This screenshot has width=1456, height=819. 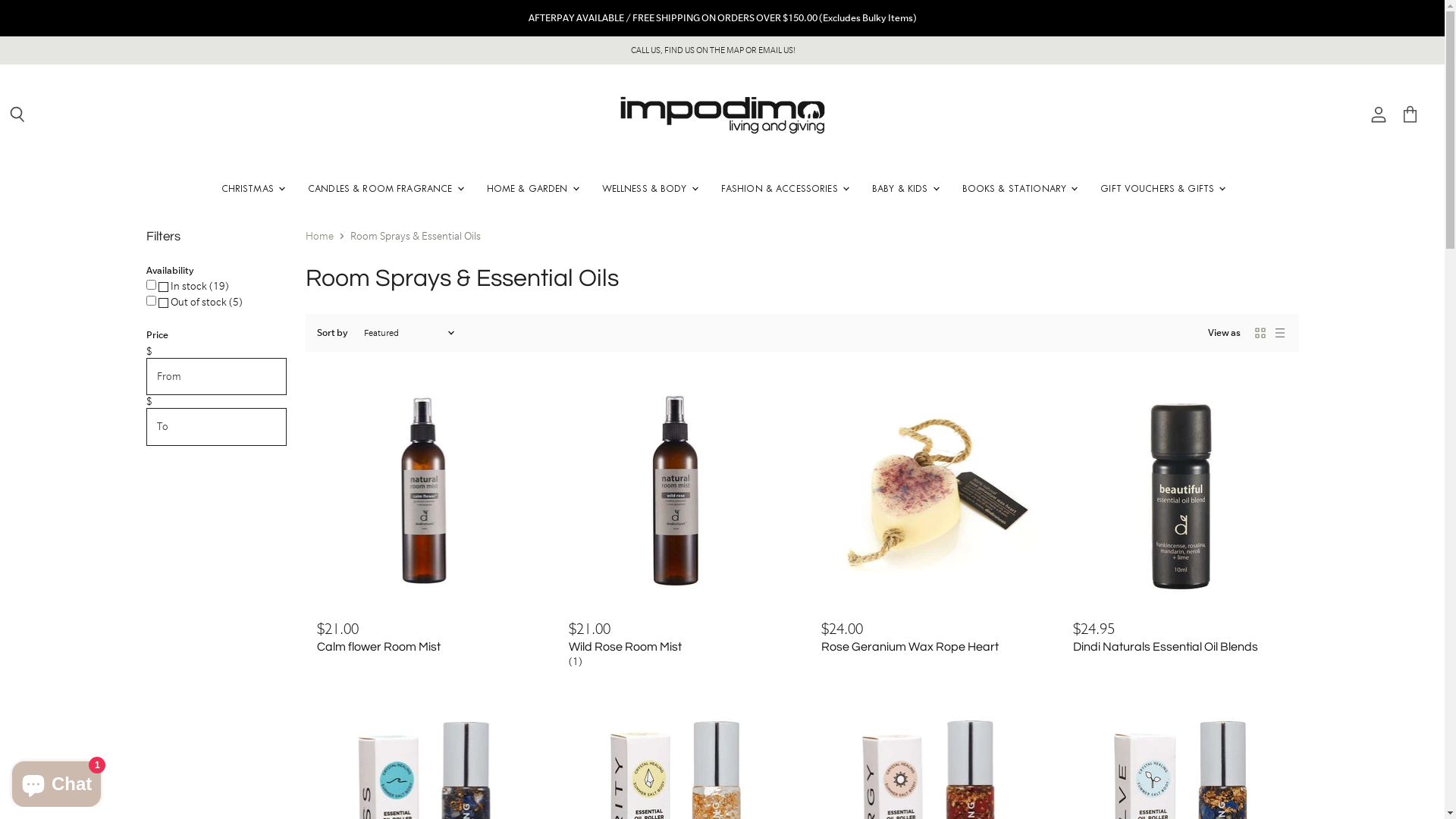 I want to click on 'Home', so click(x=304, y=236).